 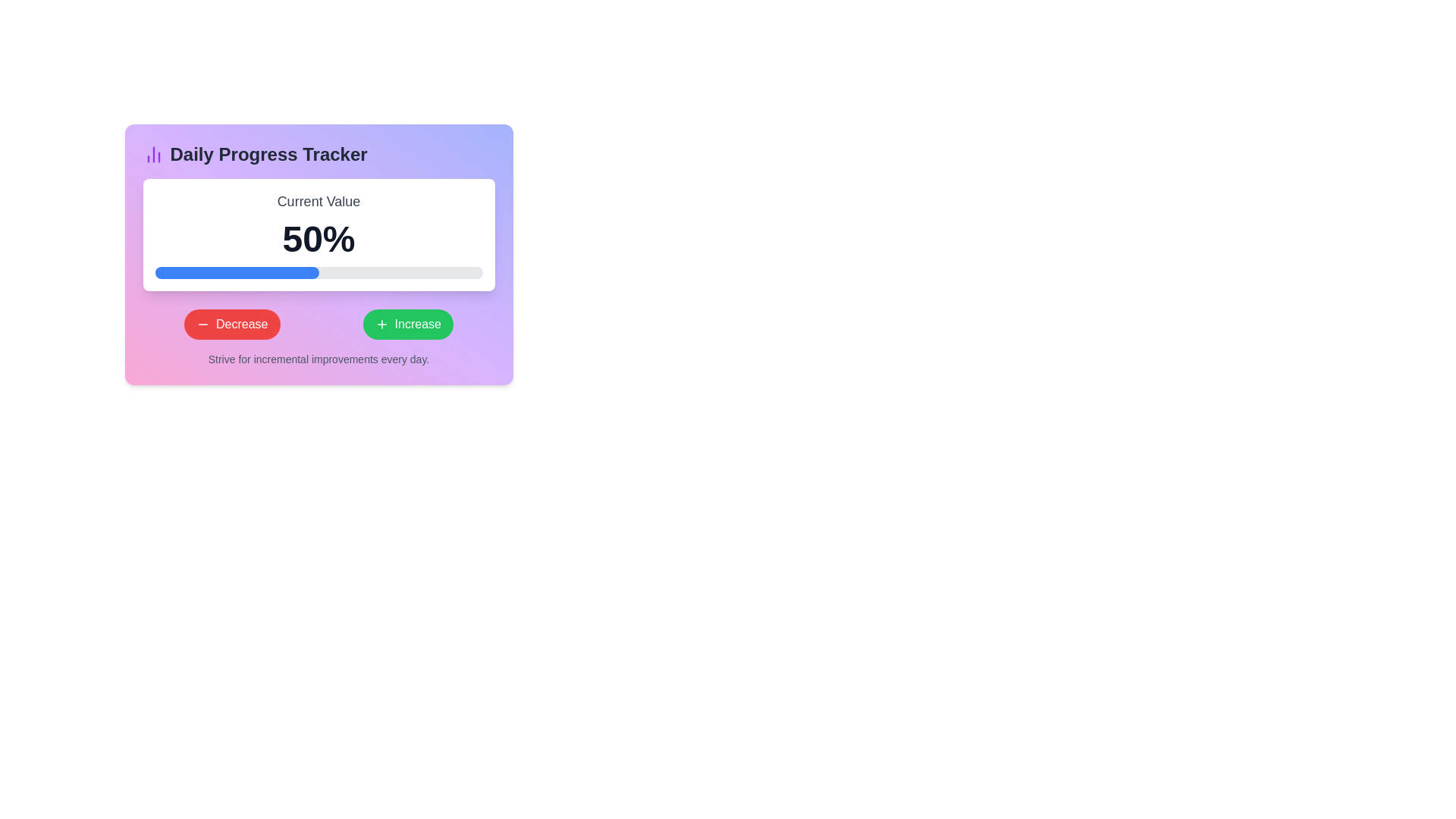 What do you see at coordinates (236, 271) in the screenshot?
I see `blue progress indicator that is located within a gray background bar, which visually represents 50% progress` at bounding box center [236, 271].